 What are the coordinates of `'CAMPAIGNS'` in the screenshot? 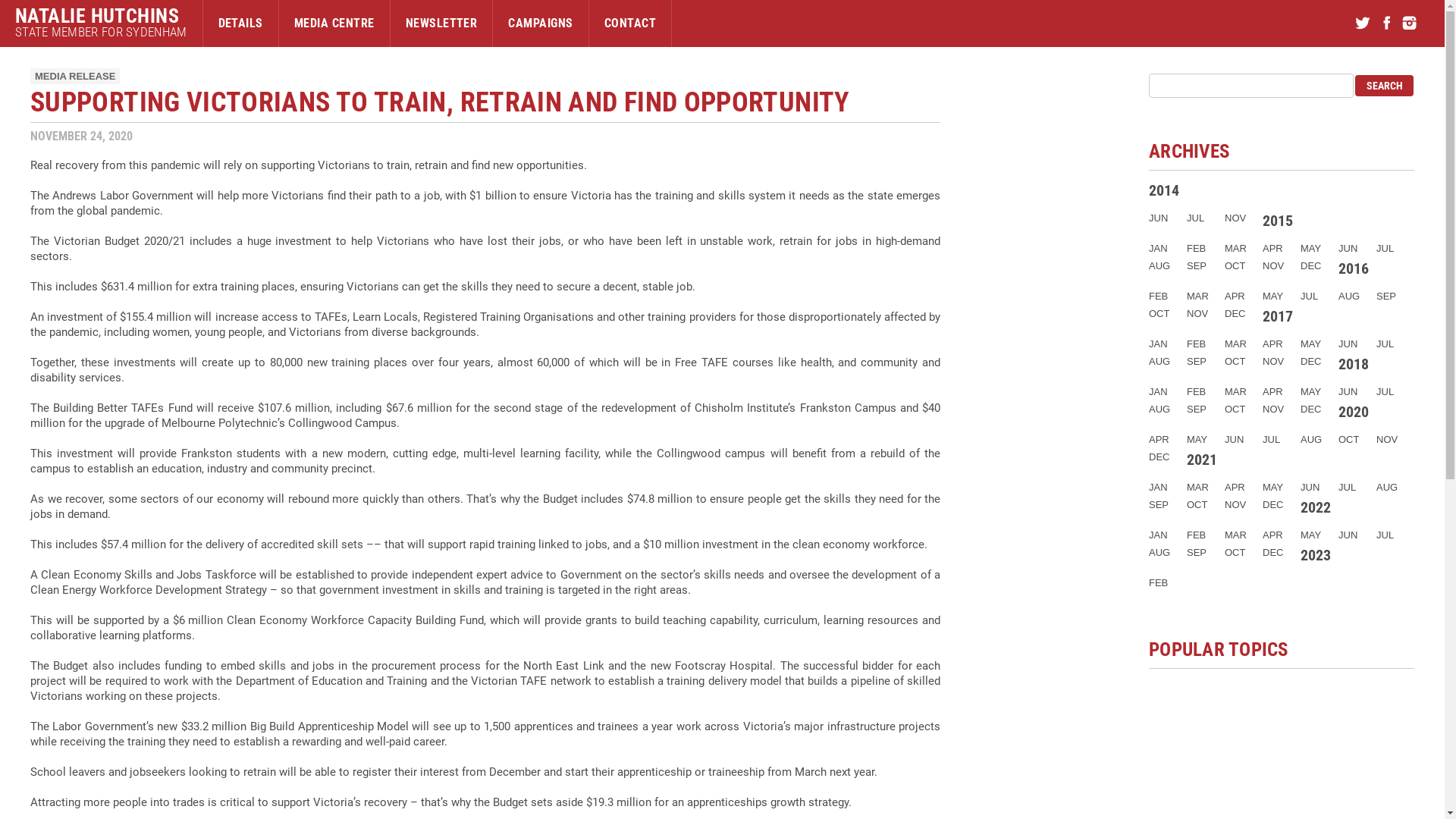 It's located at (540, 23).